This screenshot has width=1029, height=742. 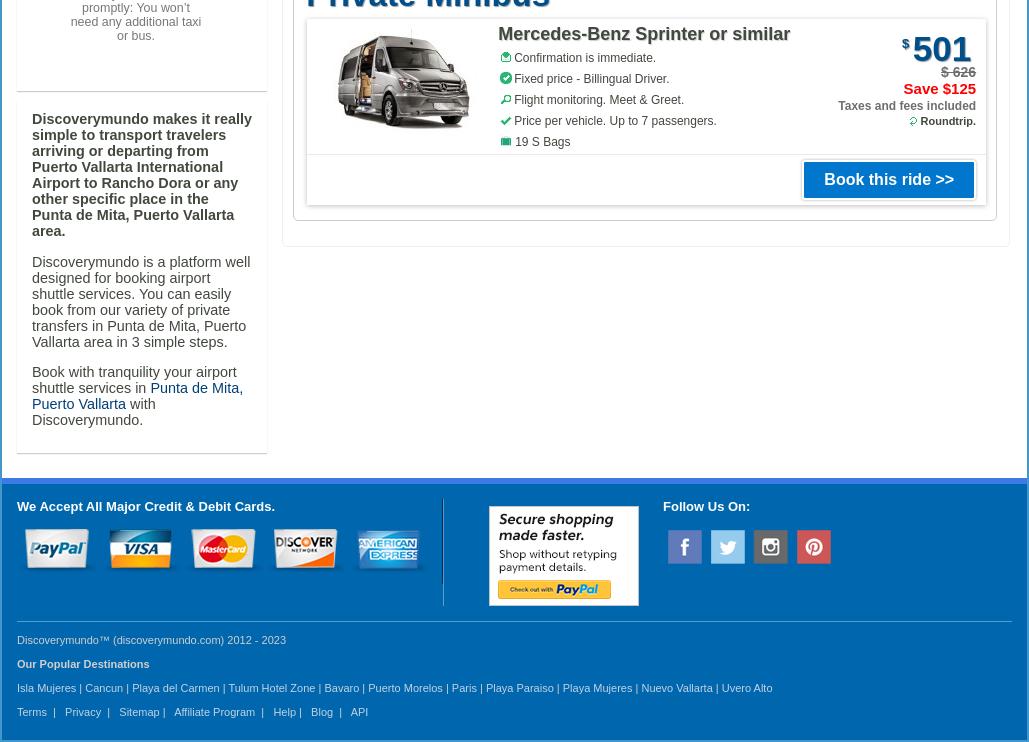 What do you see at coordinates (662, 505) in the screenshot?
I see `'Follow Us On:'` at bounding box center [662, 505].